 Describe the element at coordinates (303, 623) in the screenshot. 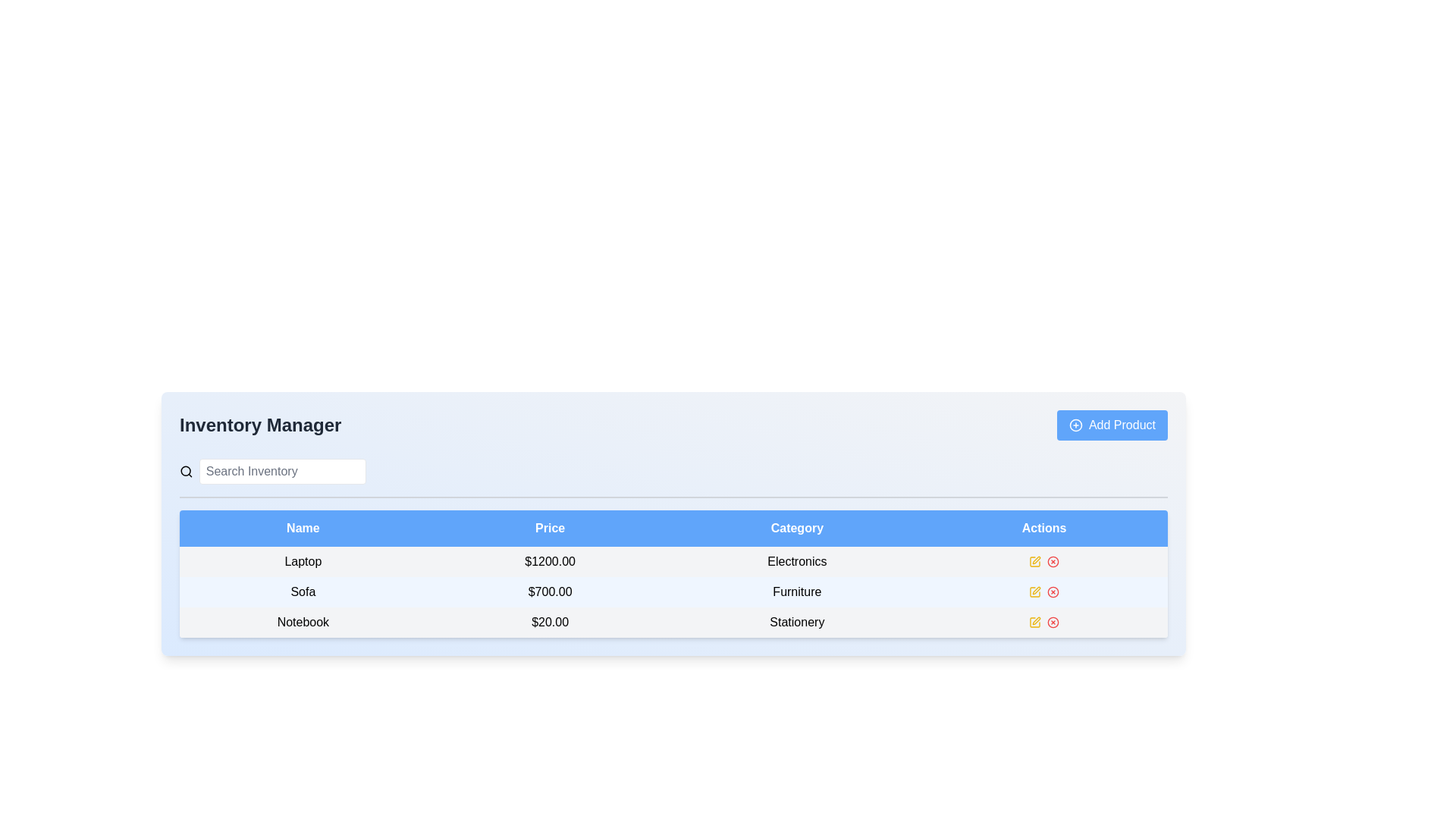

I see `the Text Label displaying 'Notebook' in the first column of the third row under the 'Inventory Manager' header` at that location.